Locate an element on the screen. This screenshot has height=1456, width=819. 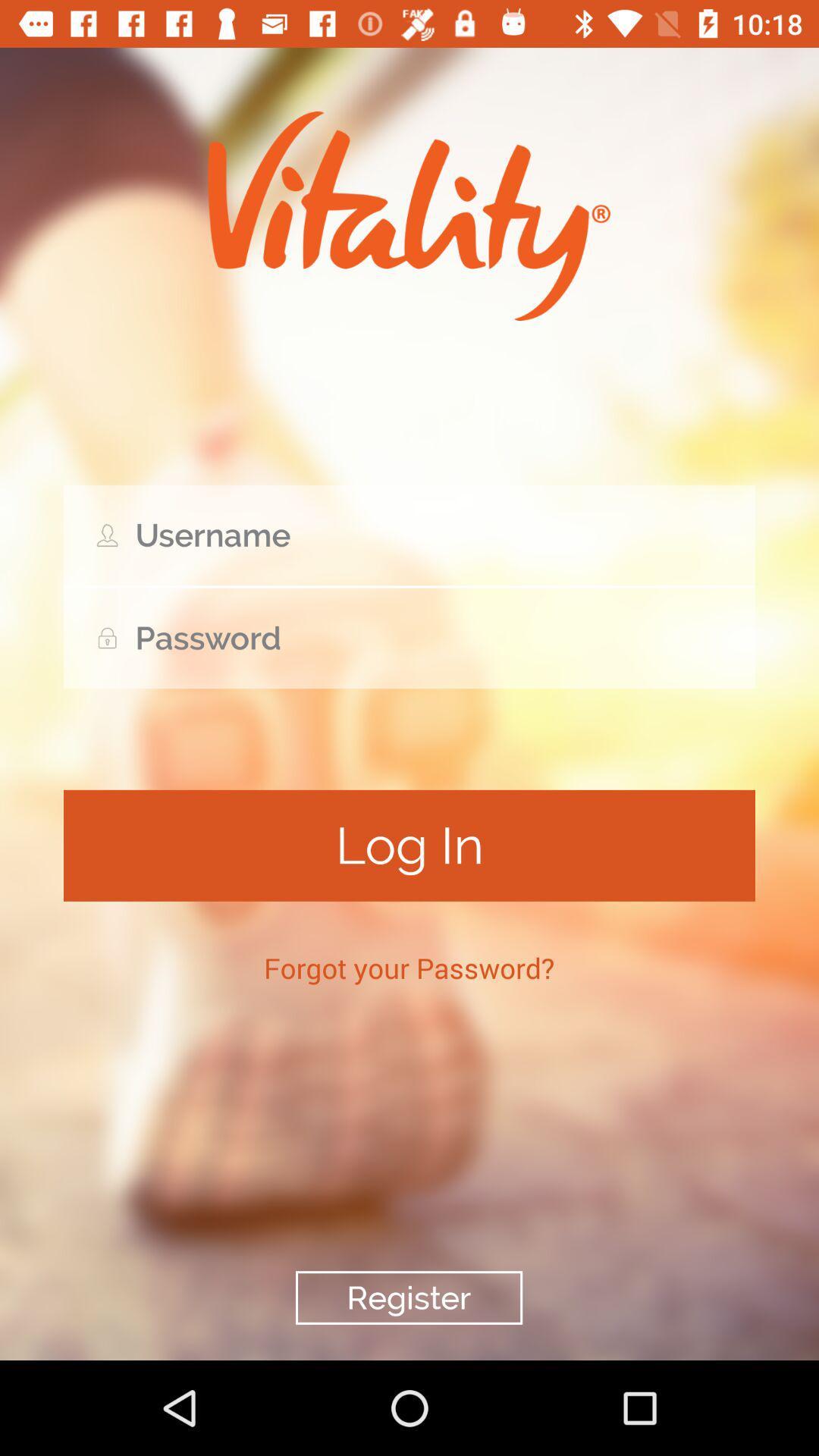
forgot your password? is located at coordinates (408, 967).